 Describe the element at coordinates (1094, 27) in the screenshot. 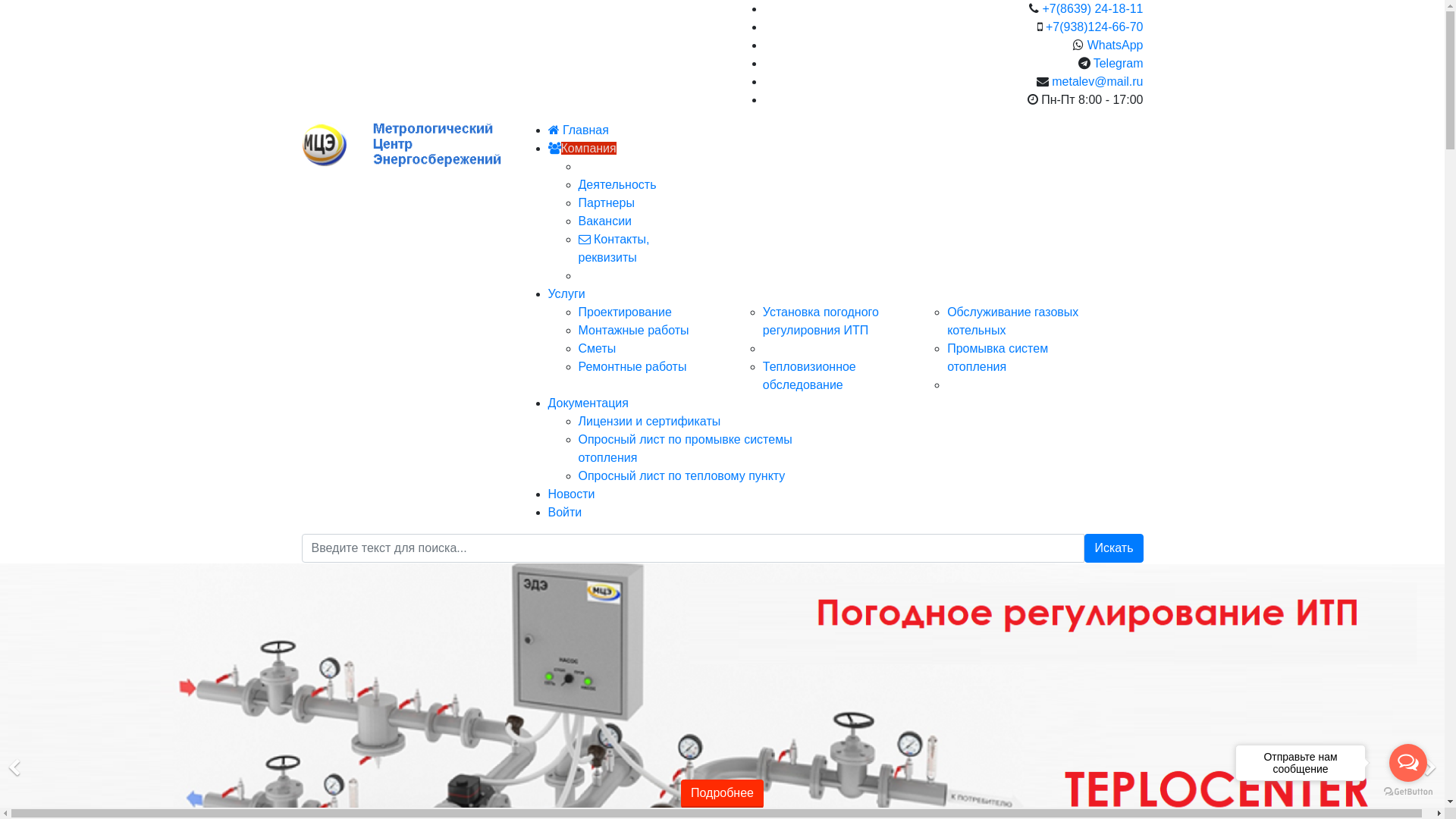

I see `'+7(938)124-66-70'` at that location.